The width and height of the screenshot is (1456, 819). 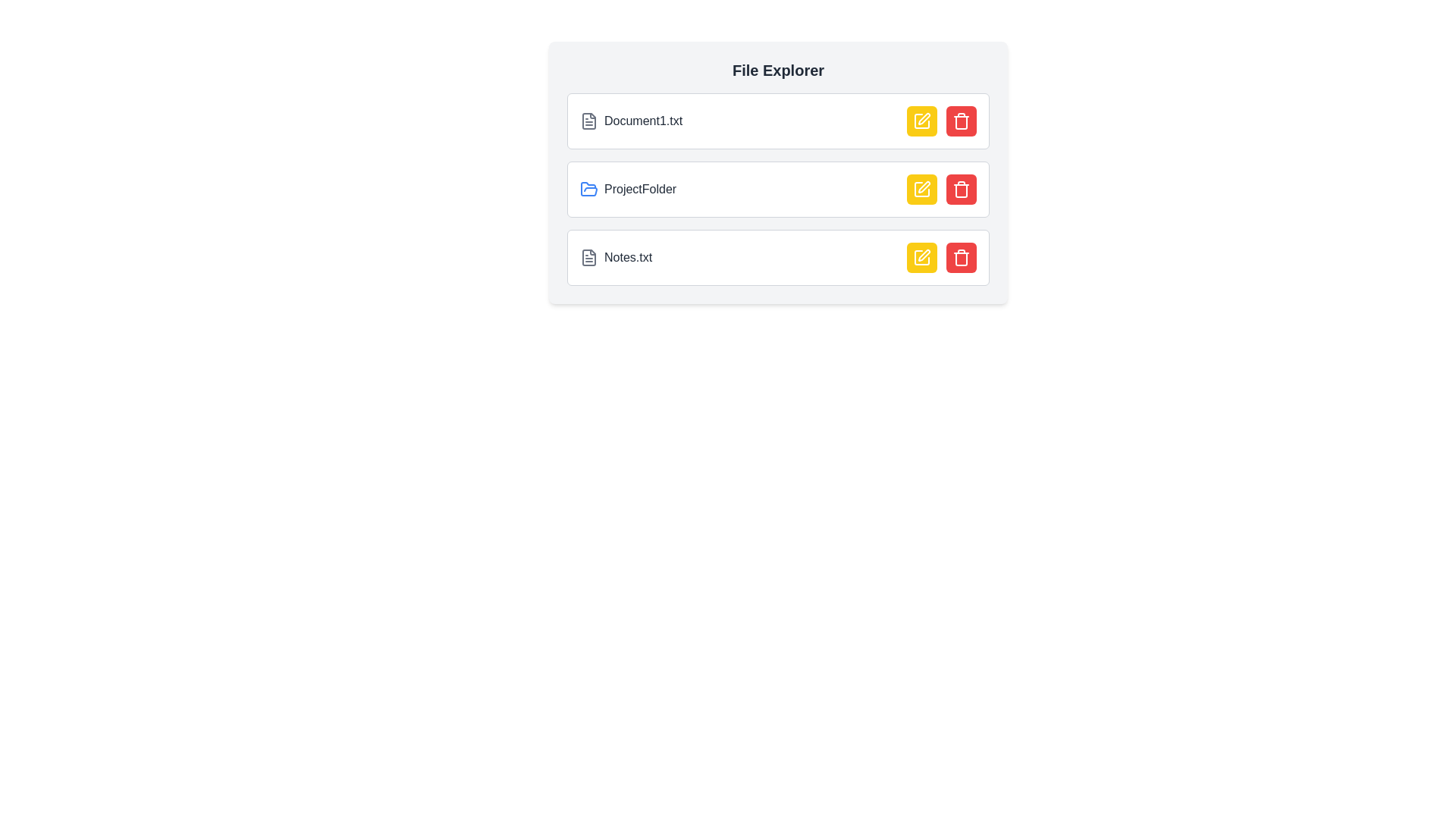 What do you see at coordinates (960, 189) in the screenshot?
I see `the delete button, which is the third button in a row of three buttons on the right side of a file or folder entry in the file explorer interface` at bounding box center [960, 189].